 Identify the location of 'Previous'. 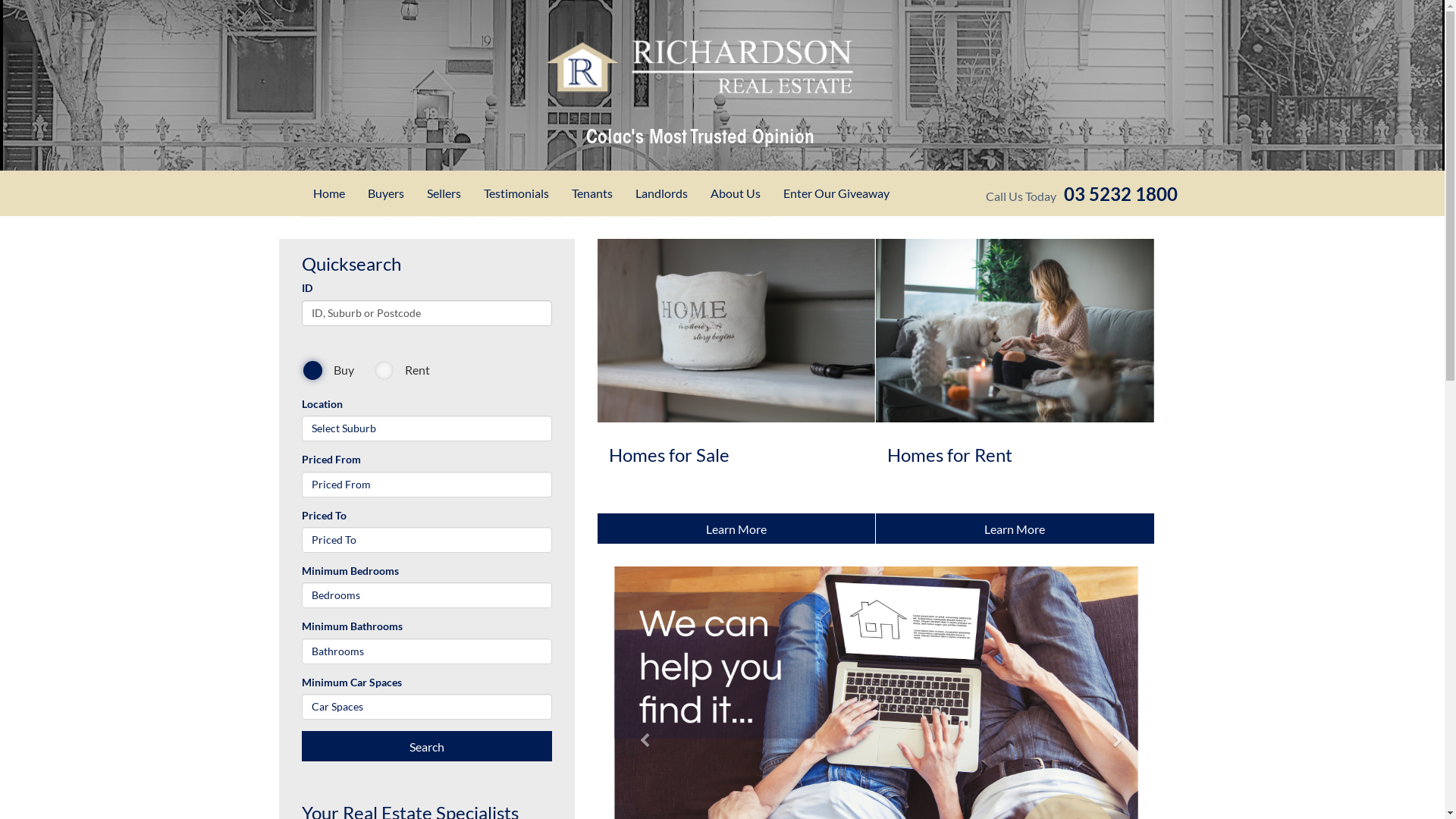
(639, 658).